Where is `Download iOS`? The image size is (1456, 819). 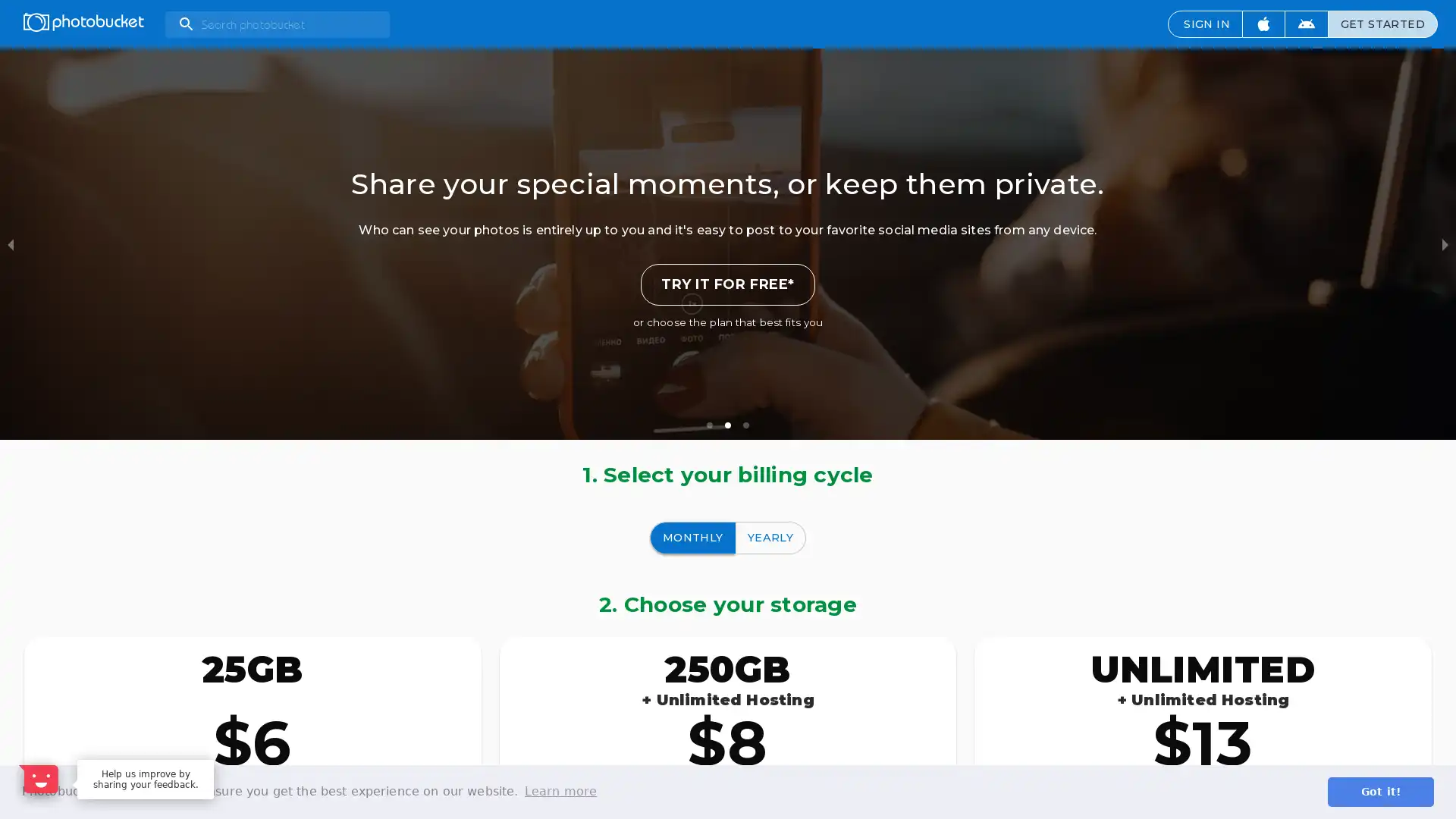
Download iOS is located at coordinates (1263, 24).